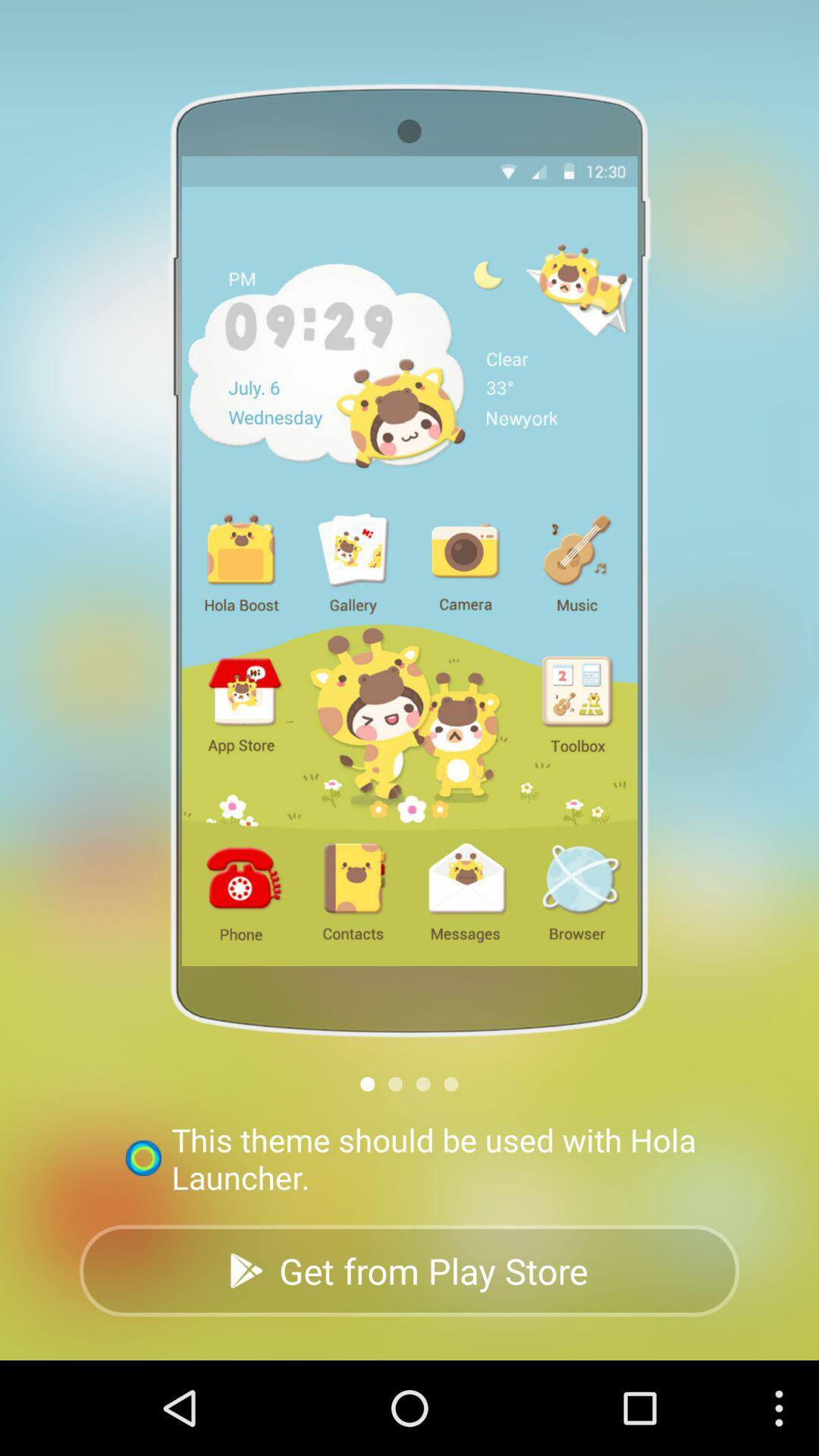  What do you see at coordinates (367, 1083) in the screenshot?
I see `change page` at bounding box center [367, 1083].